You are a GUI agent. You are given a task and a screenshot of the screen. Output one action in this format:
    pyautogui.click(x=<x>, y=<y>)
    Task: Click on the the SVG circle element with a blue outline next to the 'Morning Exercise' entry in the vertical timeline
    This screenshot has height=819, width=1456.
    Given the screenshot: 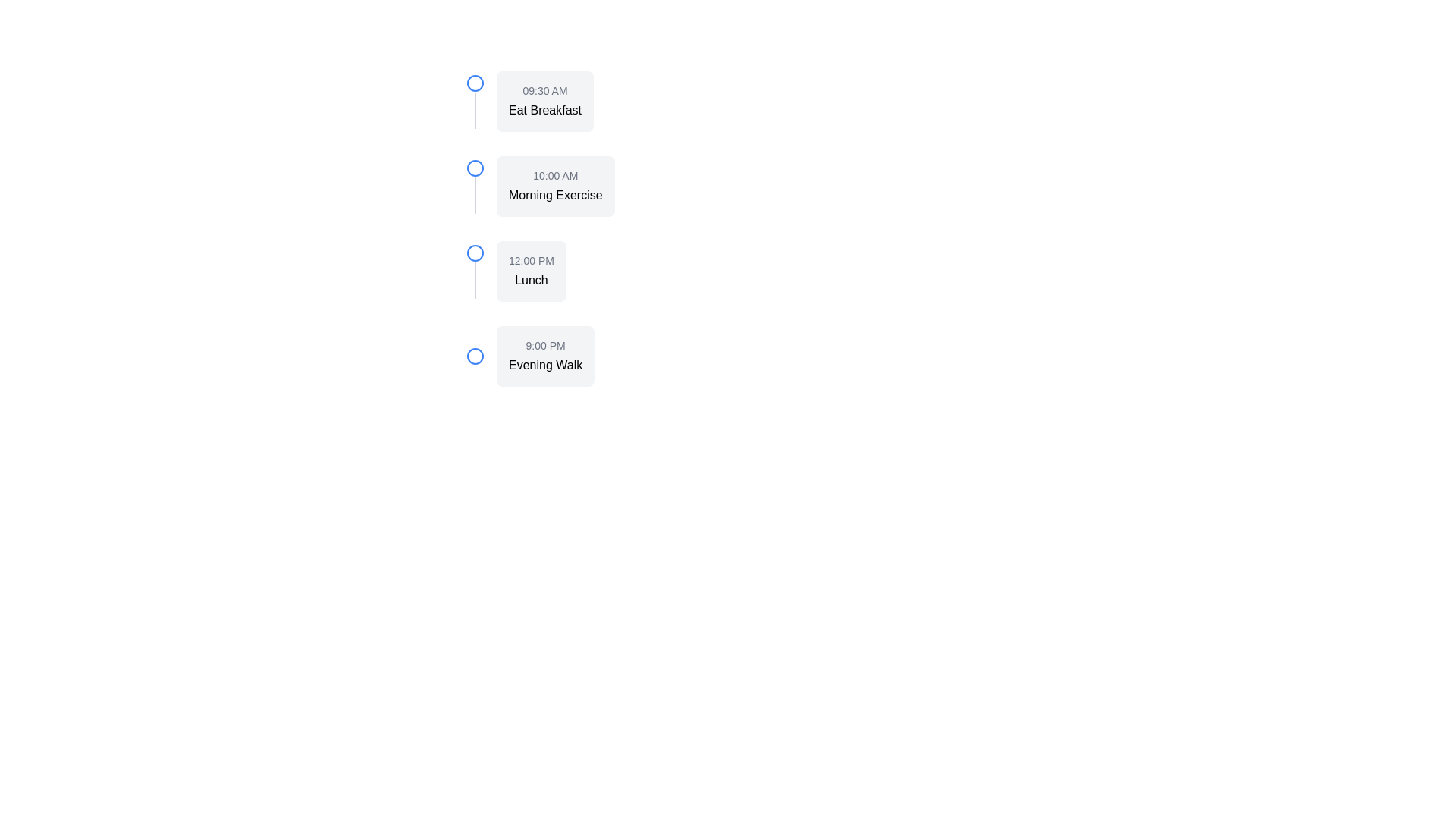 What is the action you would take?
    pyautogui.click(x=475, y=168)
    